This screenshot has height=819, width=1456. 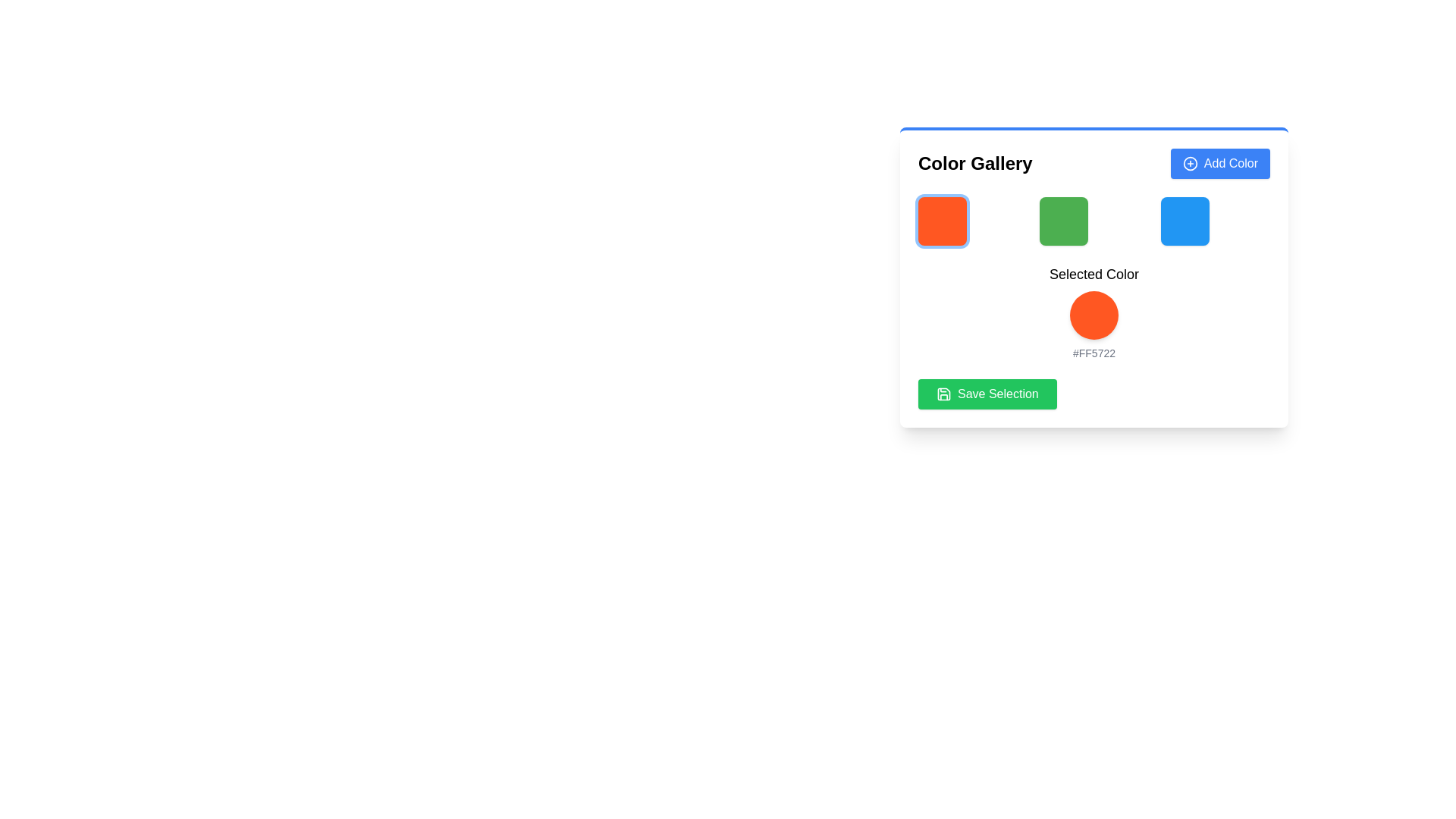 I want to click on the button located in the top-right corner of the 'Color Gallery' panel, which initiates the action to add a new color, so click(x=1220, y=164).